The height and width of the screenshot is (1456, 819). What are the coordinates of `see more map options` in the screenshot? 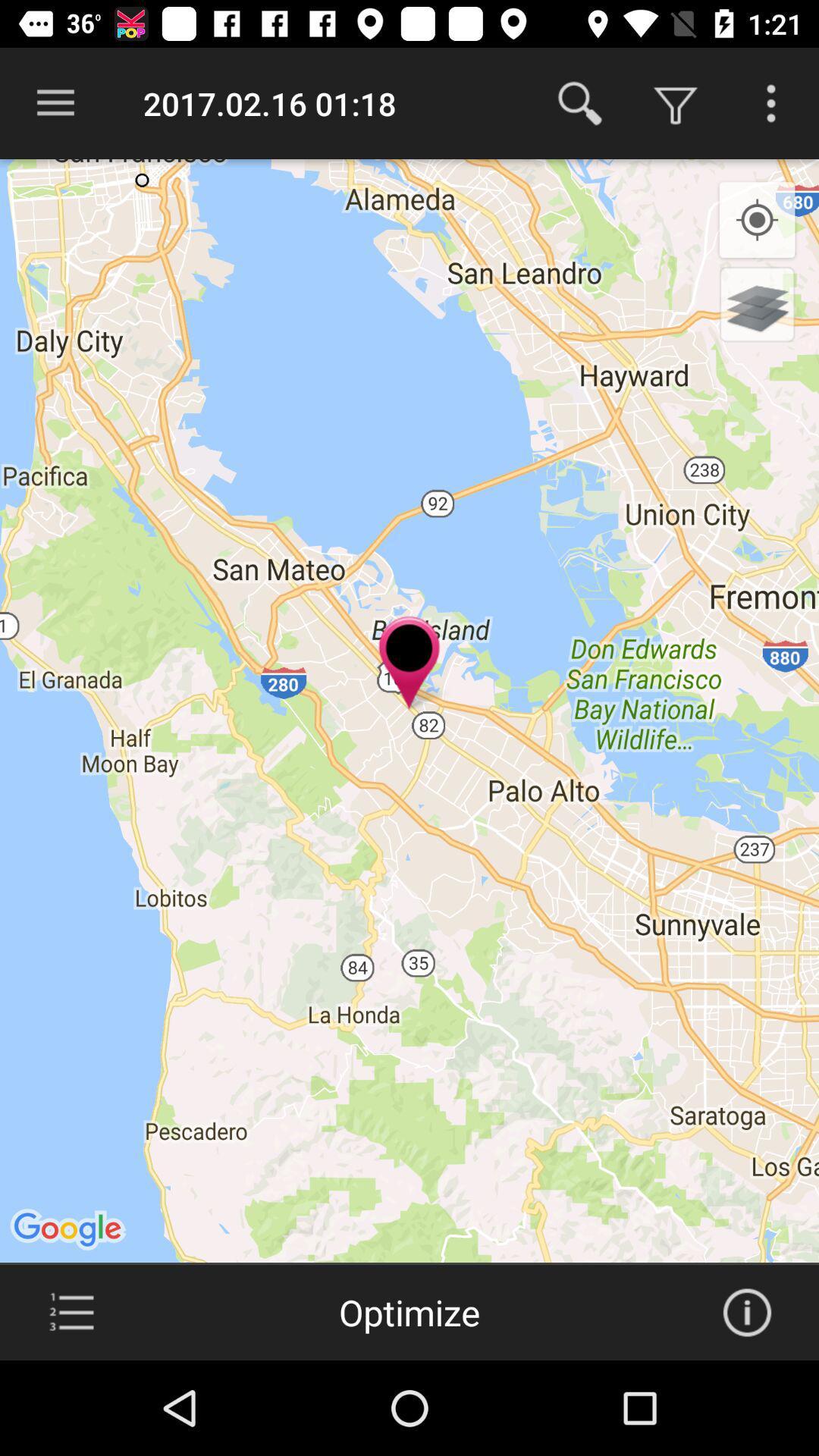 It's located at (771, 102).